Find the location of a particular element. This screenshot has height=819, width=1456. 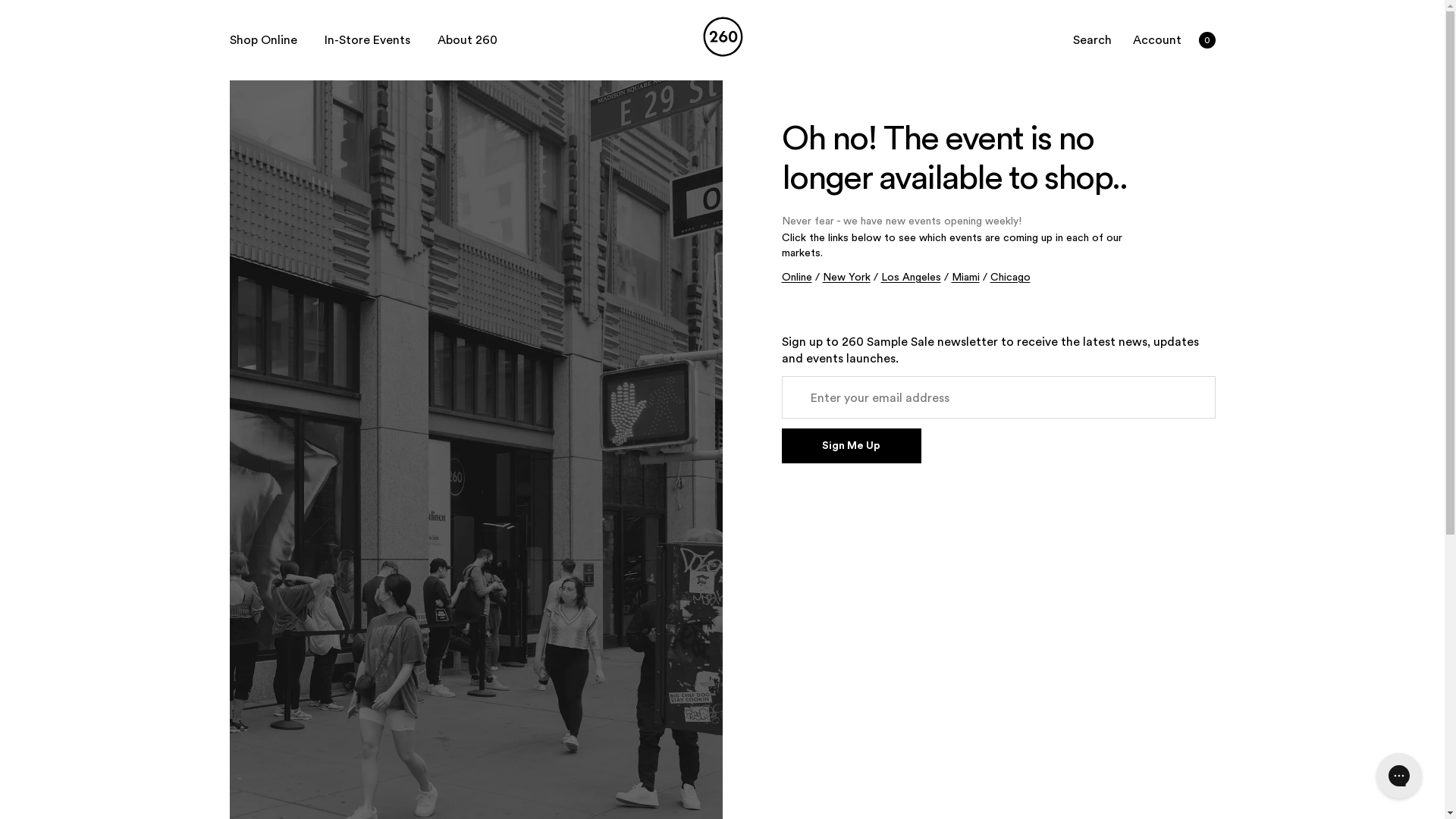

'Miami' is located at coordinates (964, 278).